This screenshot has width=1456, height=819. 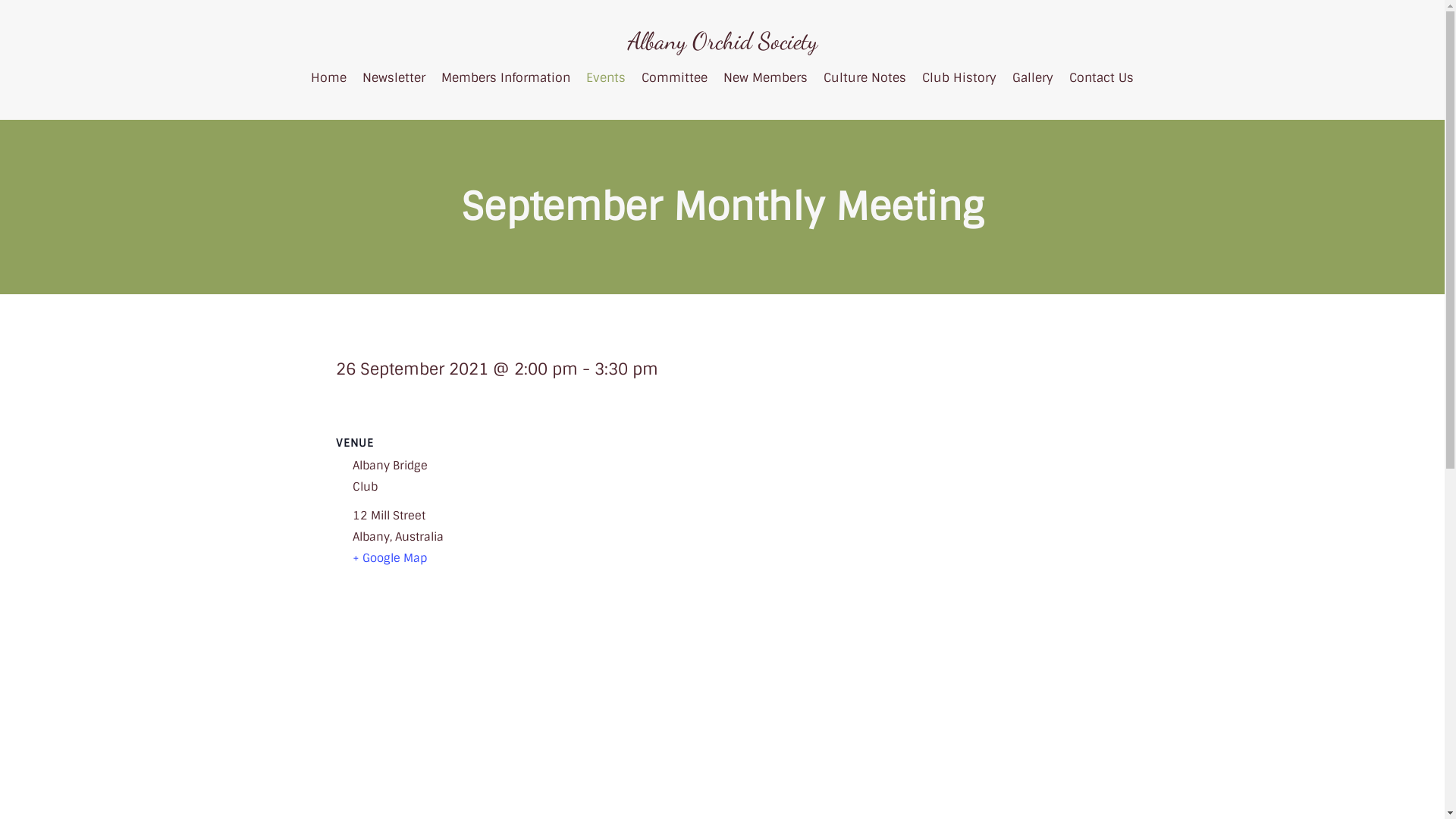 What do you see at coordinates (864, 76) in the screenshot?
I see `'Culture Notes'` at bounding box center [864, 76].